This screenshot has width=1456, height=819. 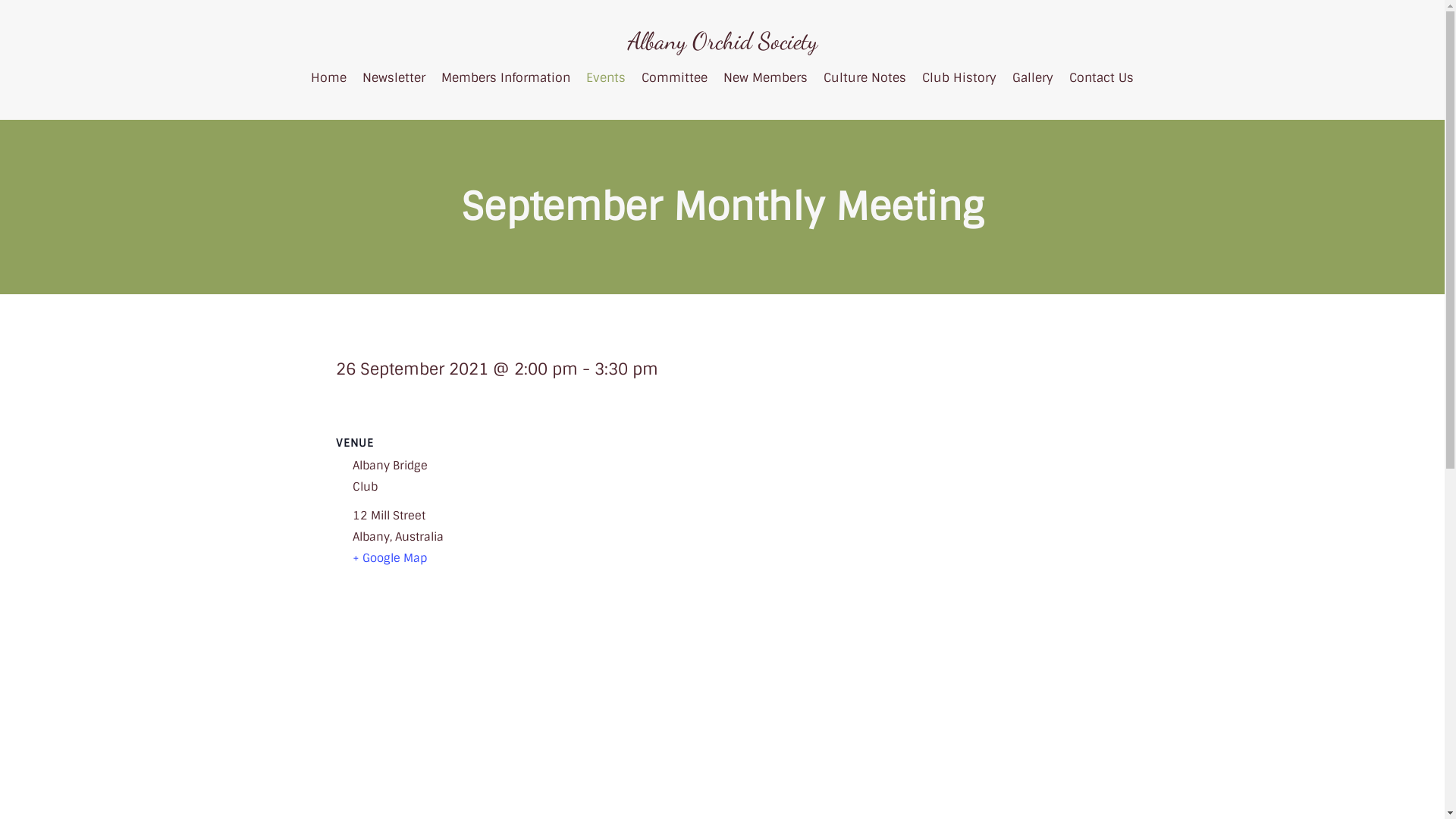 What do you see at coordinates (864, 76) in the screenshot?
I see `'Culture Notes'` at bounding box center [864, 76].